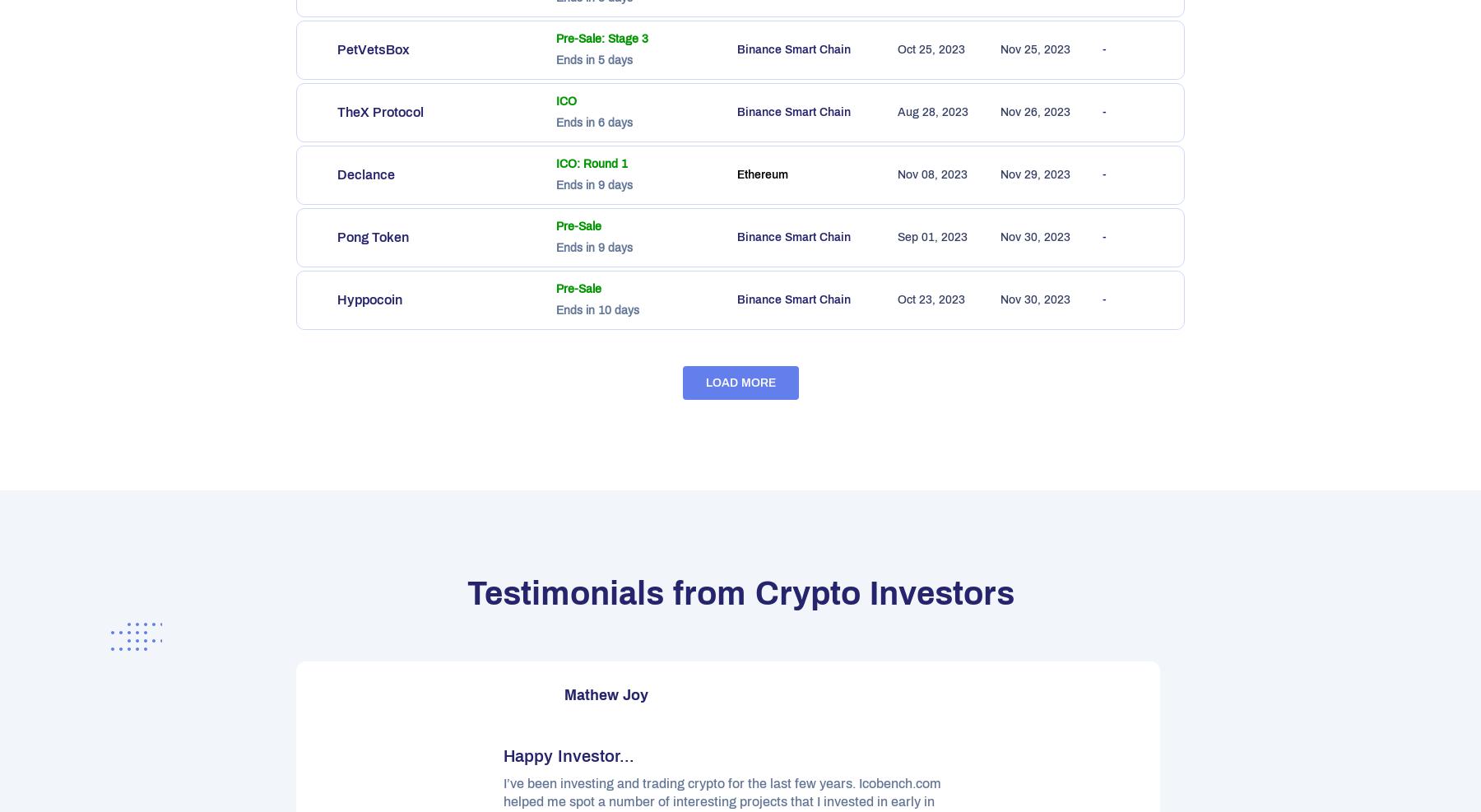  I want to click on 'Declance', so click(365, 173).